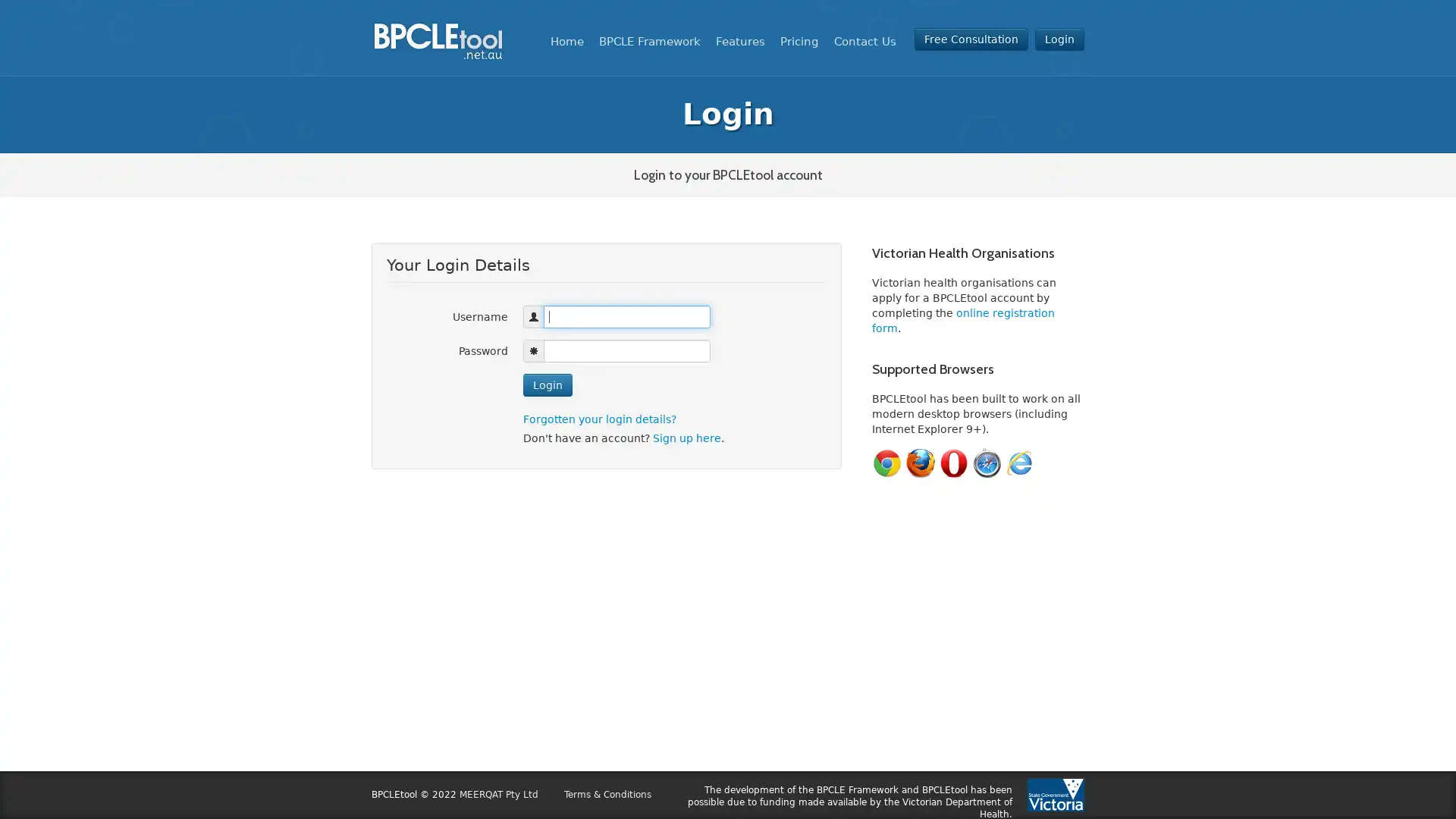 The width and height of the screenshot is (1456, 819). What do you see at coordinates (547, 384) in the screenshot?
I see `Login` at bounding box center [547, 384].